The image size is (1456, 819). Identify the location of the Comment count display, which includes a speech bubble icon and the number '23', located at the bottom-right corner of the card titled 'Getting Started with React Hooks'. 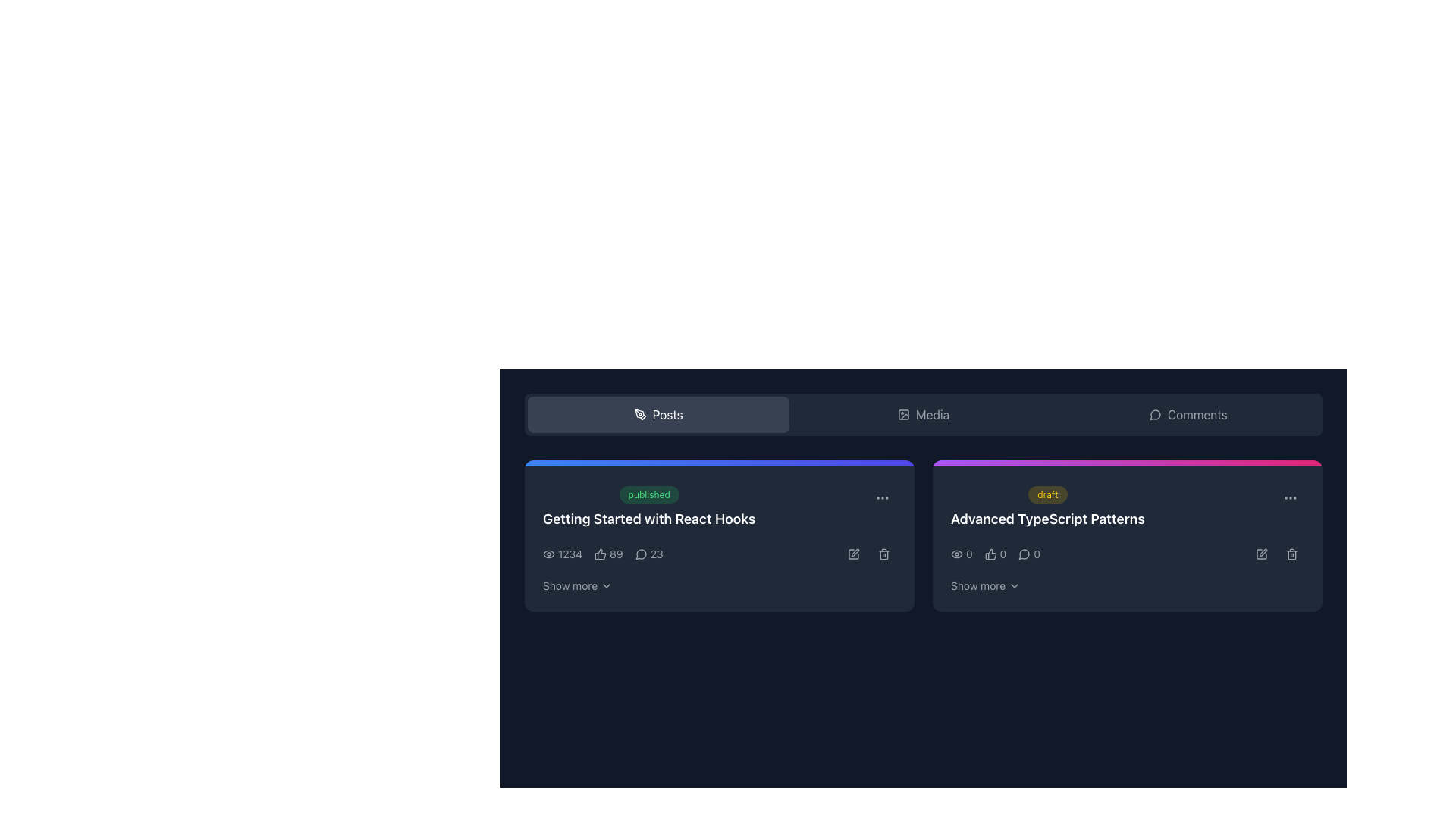
(649, 554).